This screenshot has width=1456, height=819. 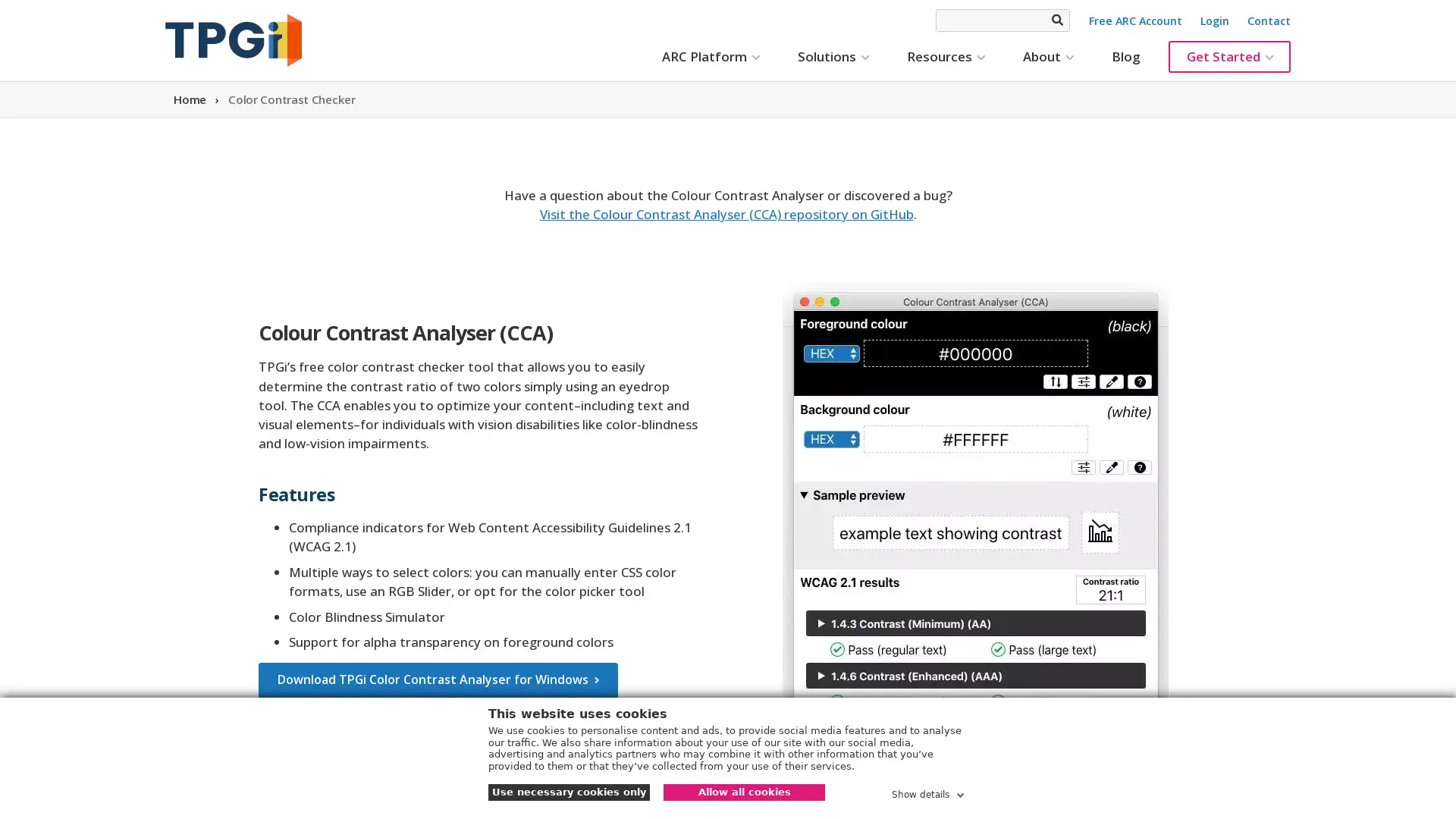 What do you see at coordinates (1056, 20) in the screenshot?
I see `Submit Search` at bounding box center [1056, 20].